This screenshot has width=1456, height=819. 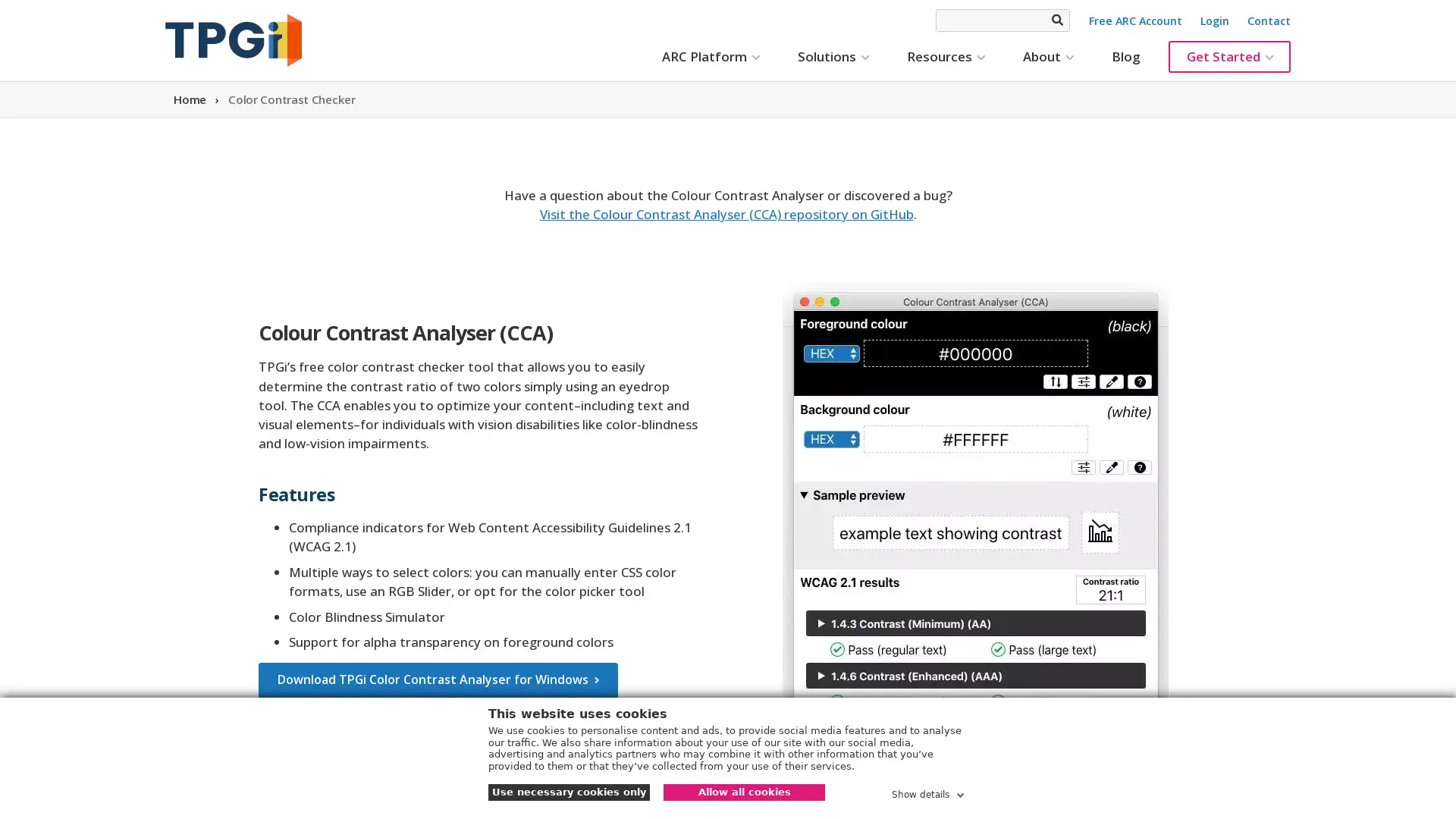 What do you see at coordinates (1056, 20) in the screenshot?
I see `Submit Search` at bounding box center [1056, 20].